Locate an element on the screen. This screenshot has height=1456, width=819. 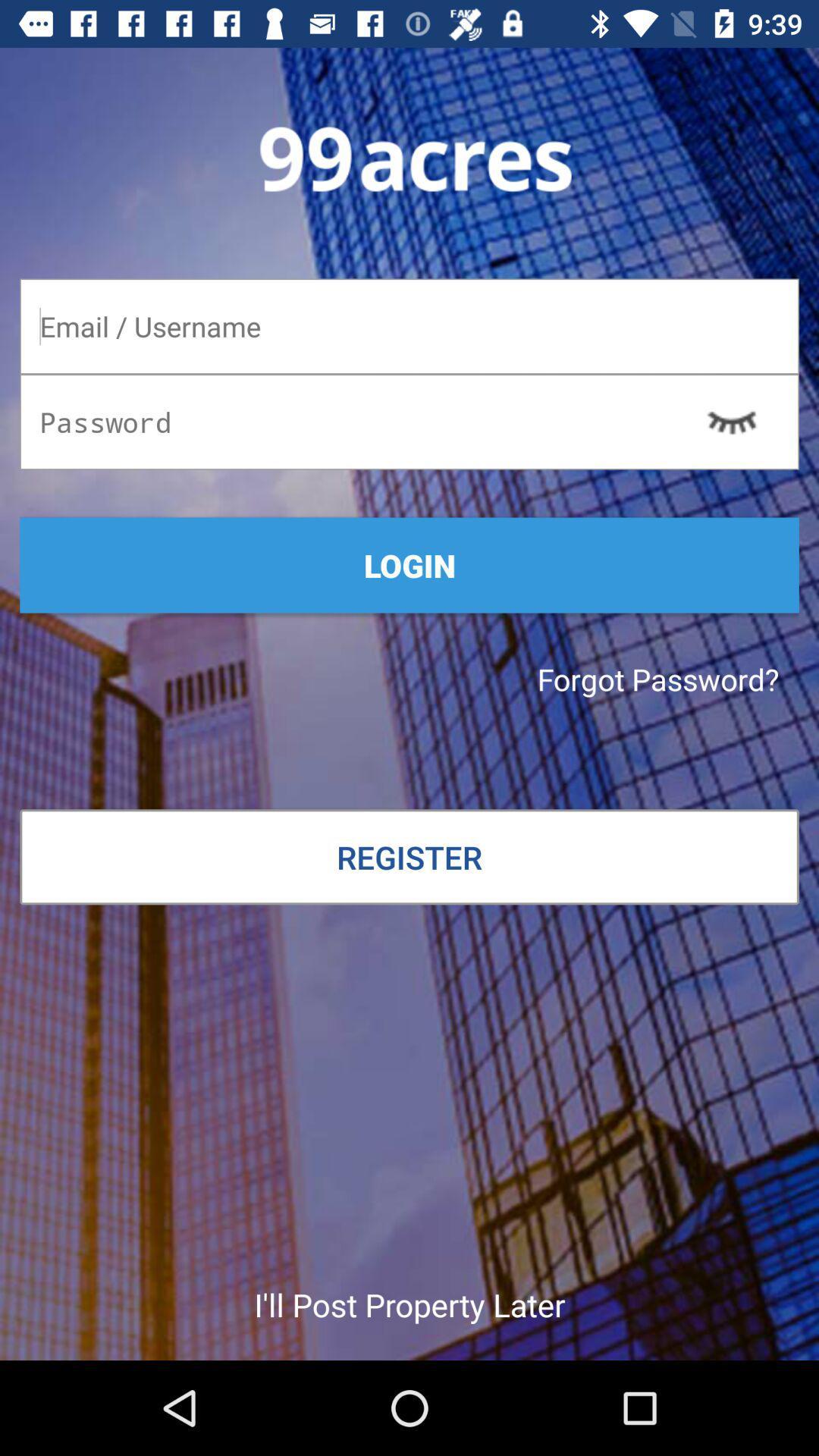
address page is located at coordinates (409, 325).